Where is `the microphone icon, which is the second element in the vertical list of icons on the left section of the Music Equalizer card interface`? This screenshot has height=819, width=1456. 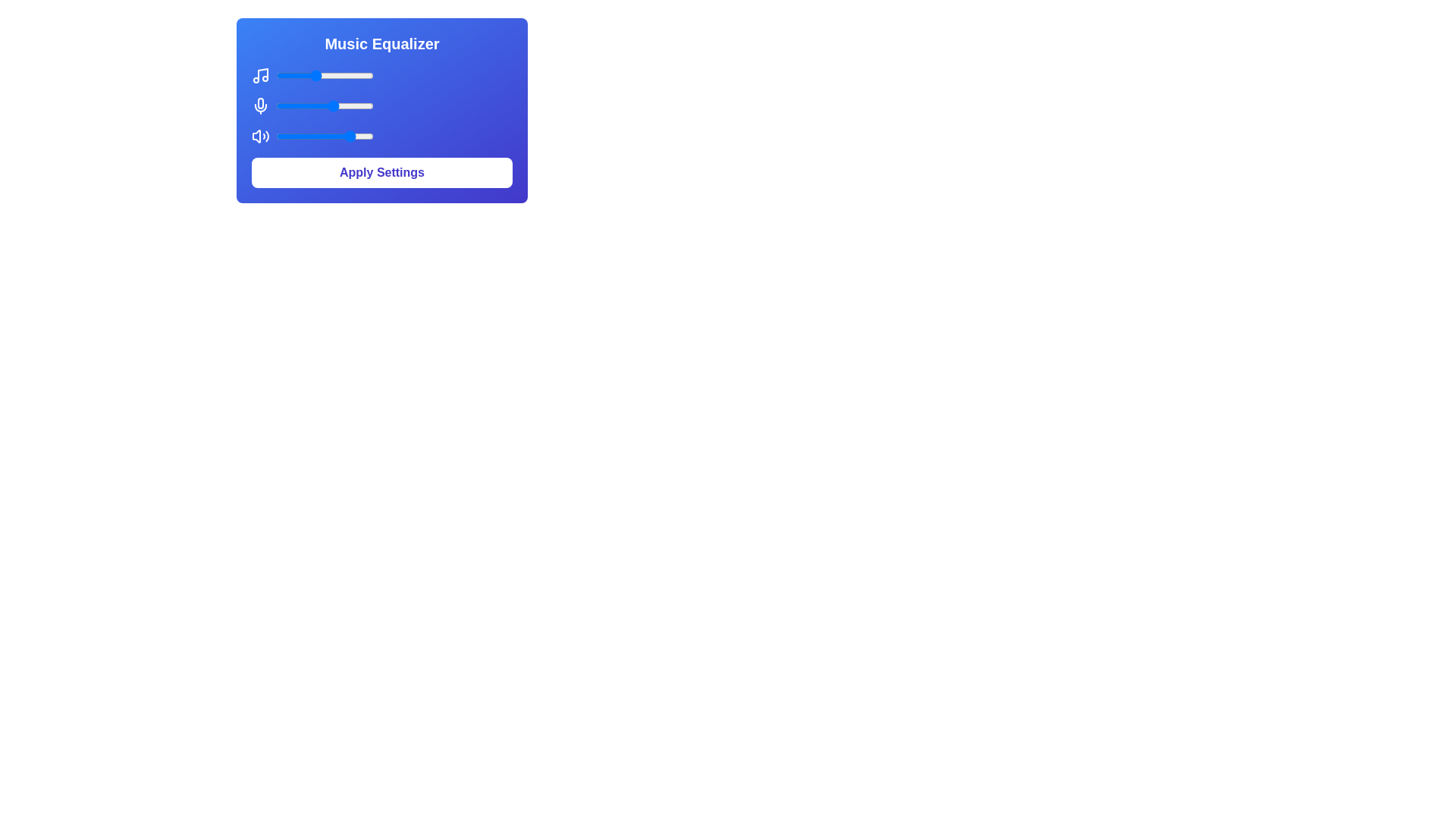 the microphone icon, which is the second element in the vertical list of icons on the left section of the Music Equalizer card interface is located at coordinates (261, 105).